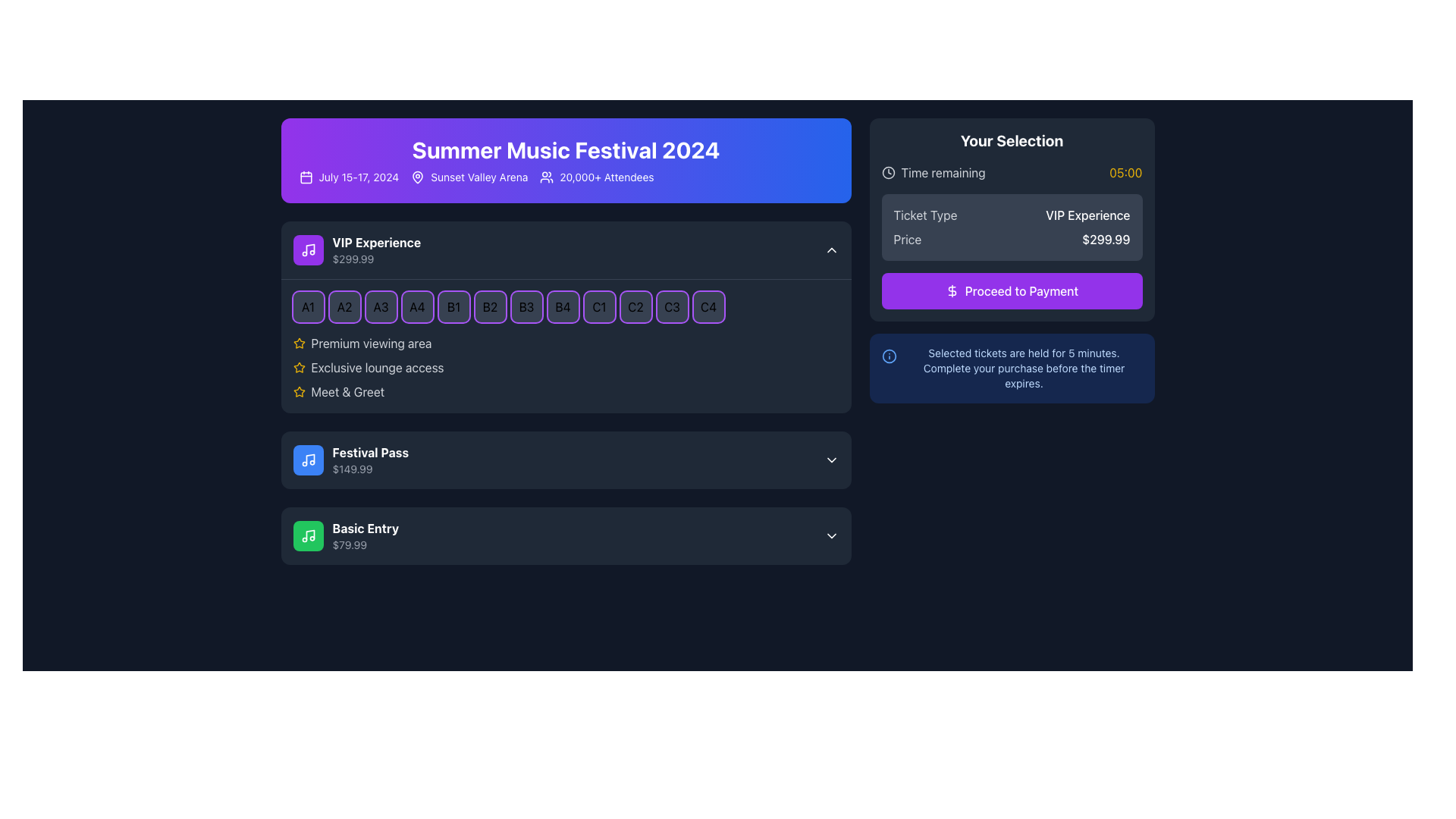  I want to click on the selectable VIP ticket option button for the Summer Music Festival 2024, which may expand or collapse details about the package or select the package, so click(565, 249).